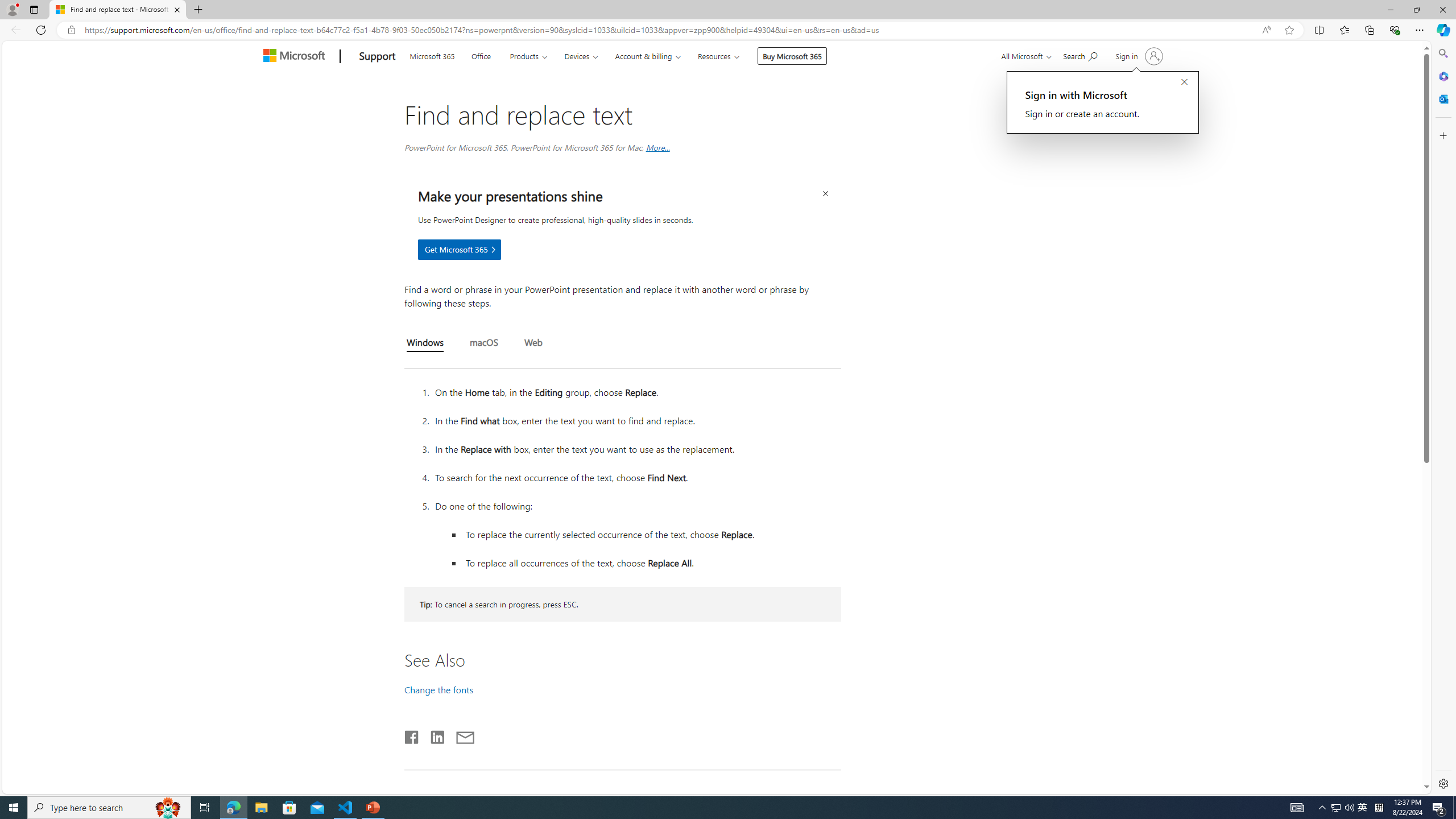 The width and height of the screenshot is (1456, 819). What do you see at coordinates (651, 562) in the screenshot?
I see `'To replace all occurrences of the text, choose Replace All.'` at bounding box center [651, 562].